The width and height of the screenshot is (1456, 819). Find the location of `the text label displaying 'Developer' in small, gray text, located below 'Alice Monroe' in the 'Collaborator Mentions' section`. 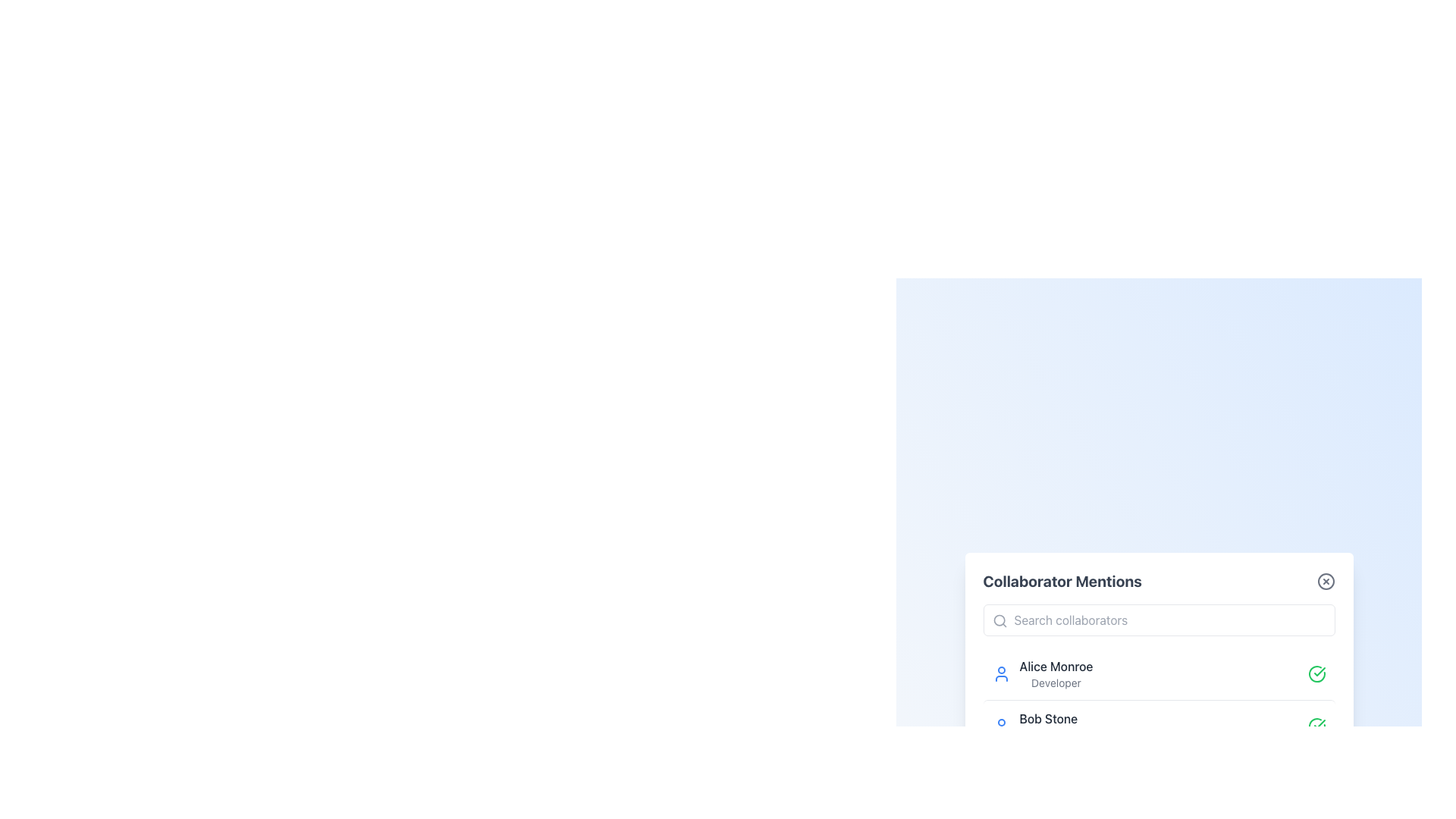

the text label displaying 'Developer' in small, gray text, located below 'Alice Monroe' in the 'Collaborator Mentions' section is located at coordinates (1055, 683).